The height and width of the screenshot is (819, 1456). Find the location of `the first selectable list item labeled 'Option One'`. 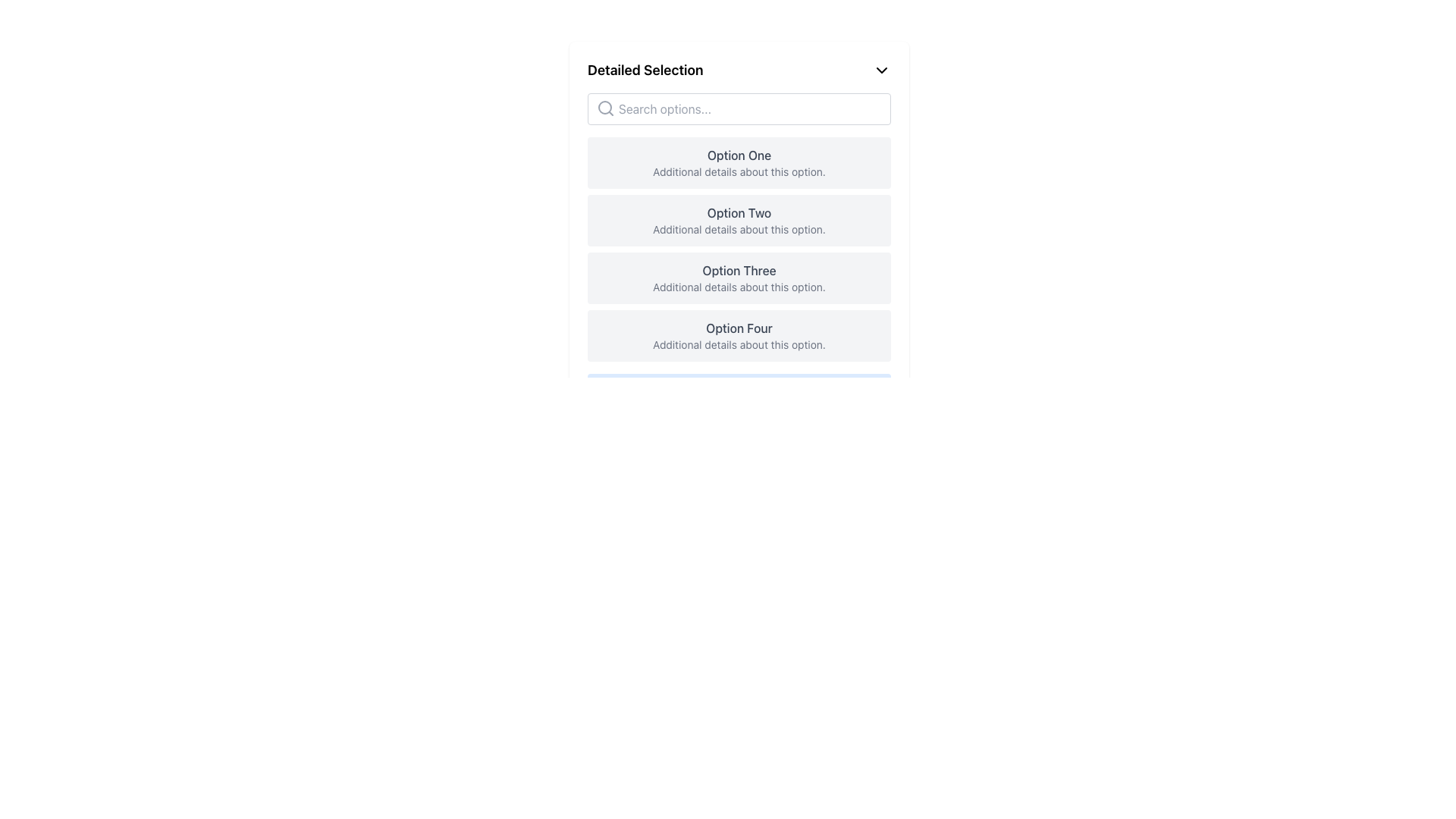

the first selectable list item labeled 'Option One' is located at coordinates (739, 163).